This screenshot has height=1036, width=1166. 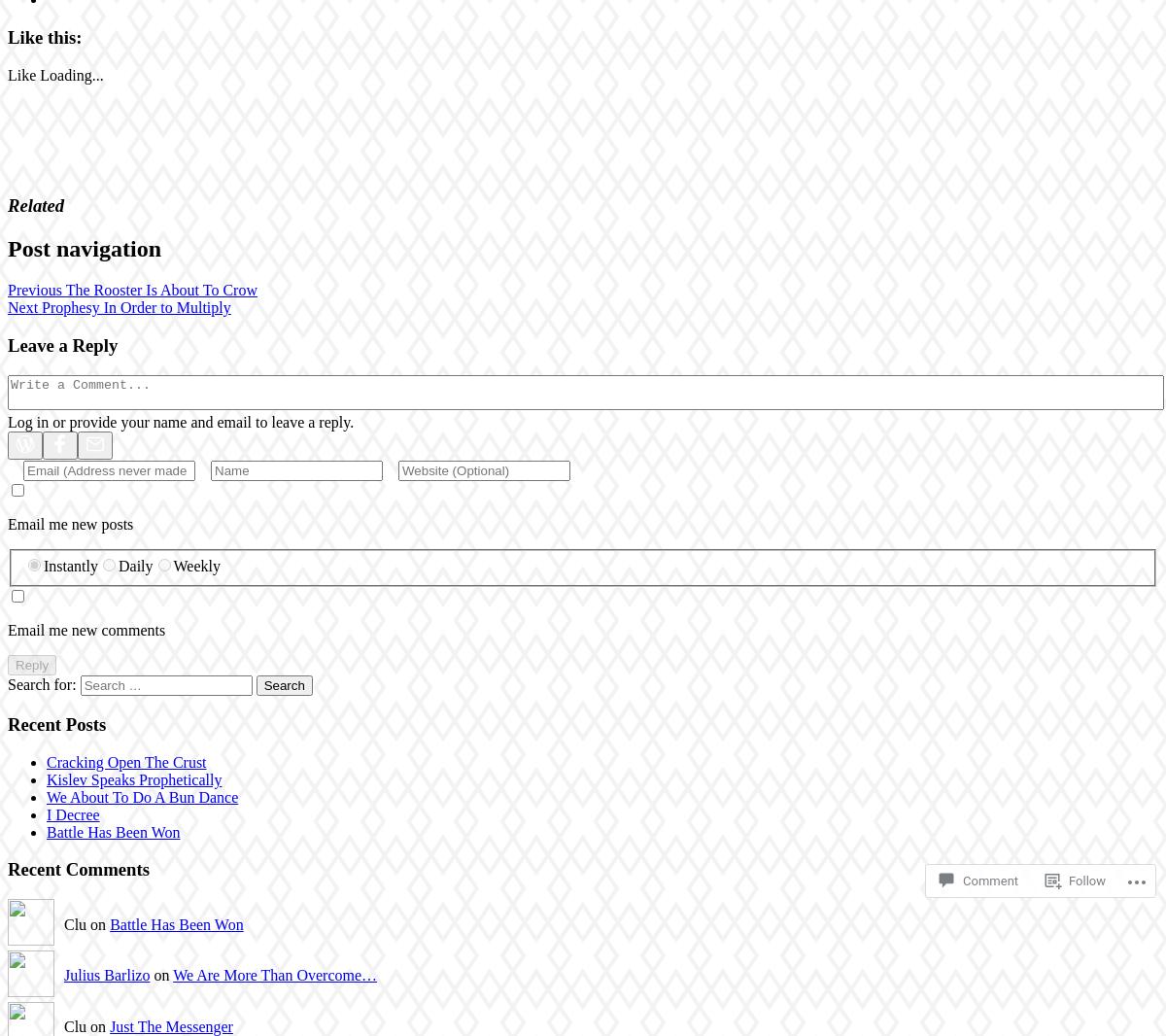 What do you see at coordinates (41, 683) in the screenshot?
I see `'Search for:'` at bounding box center [41, 683].